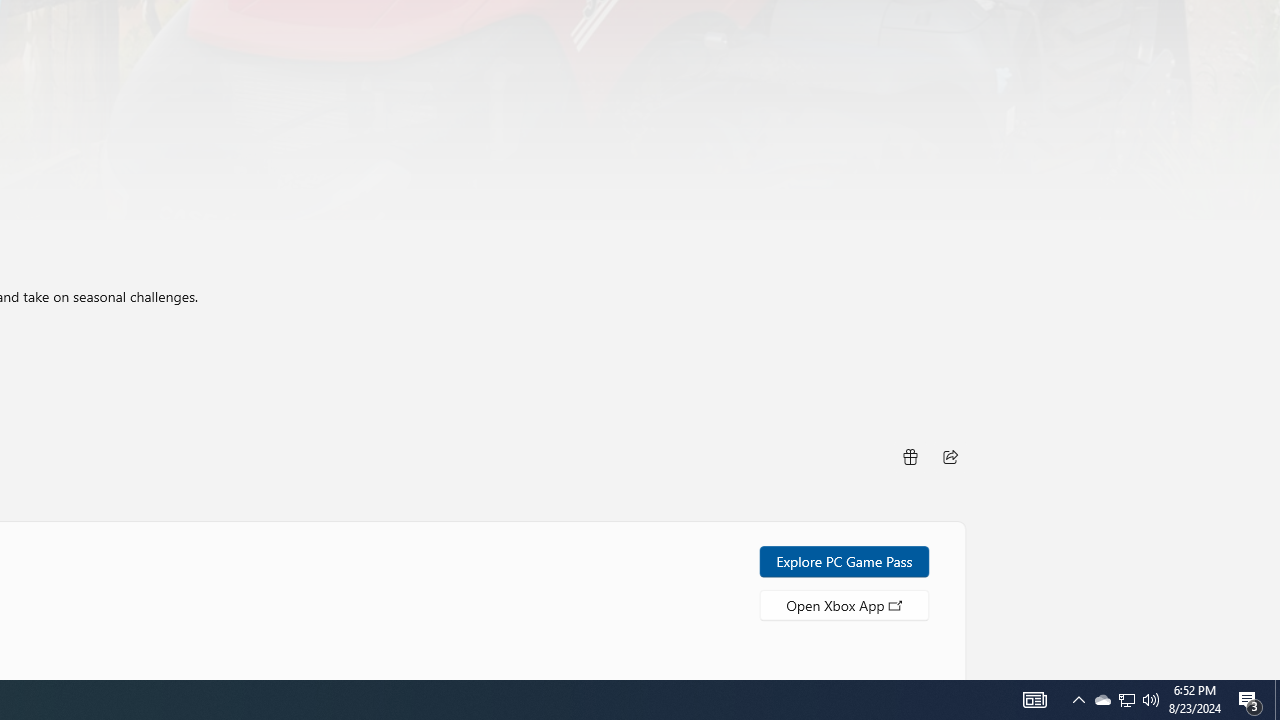 The height and width of the screenshot is (720, 1280). What do you see at coordinates (949, 456) in the screenshot?
I see `'Share'` at bounding box center [949, 456].